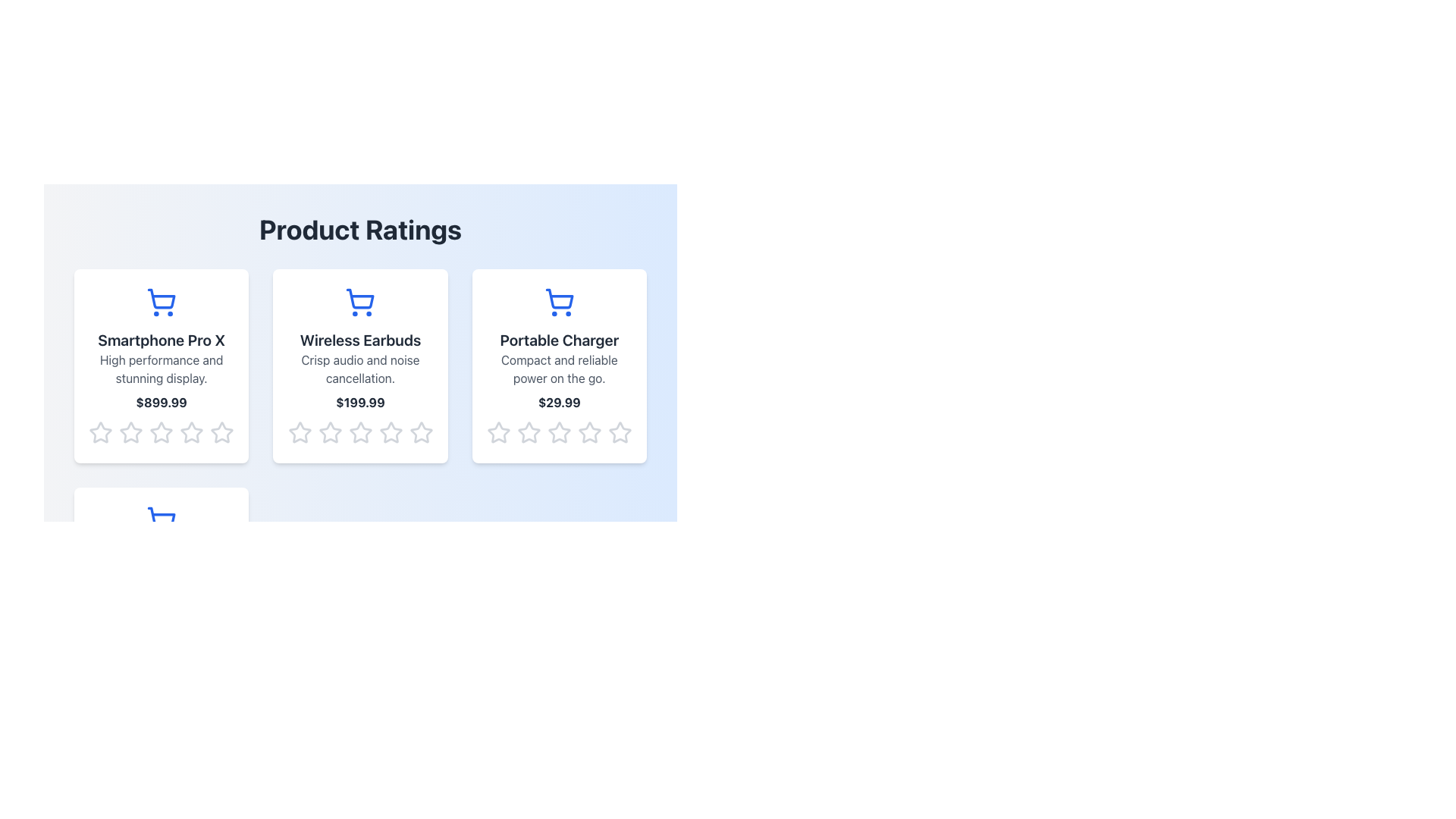  Describe the element at coordinates (191, 432) in the screenshot. I see `the fourth empty outline star icon in the rating section of the 'Smartphone Pro X' product card to rate it` at that location.